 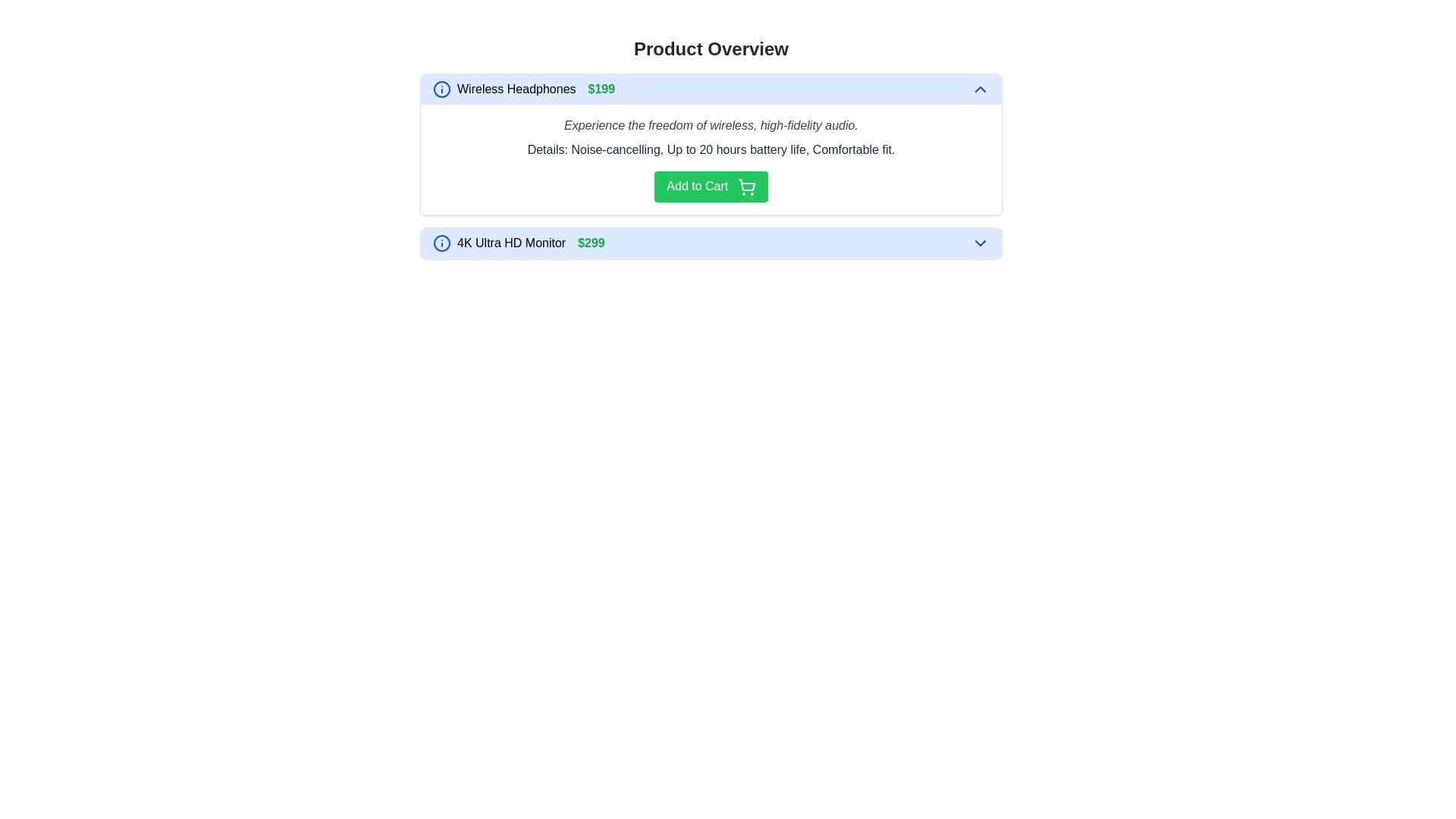 What do you see at coordinates (441, 242) in the screenshot?
I see `the information icon located at the left side of the row containing the text '4K Ultra HD Monitor', which is the first element in the second item under 'Product Overview'` at bounding box center [441, 242].